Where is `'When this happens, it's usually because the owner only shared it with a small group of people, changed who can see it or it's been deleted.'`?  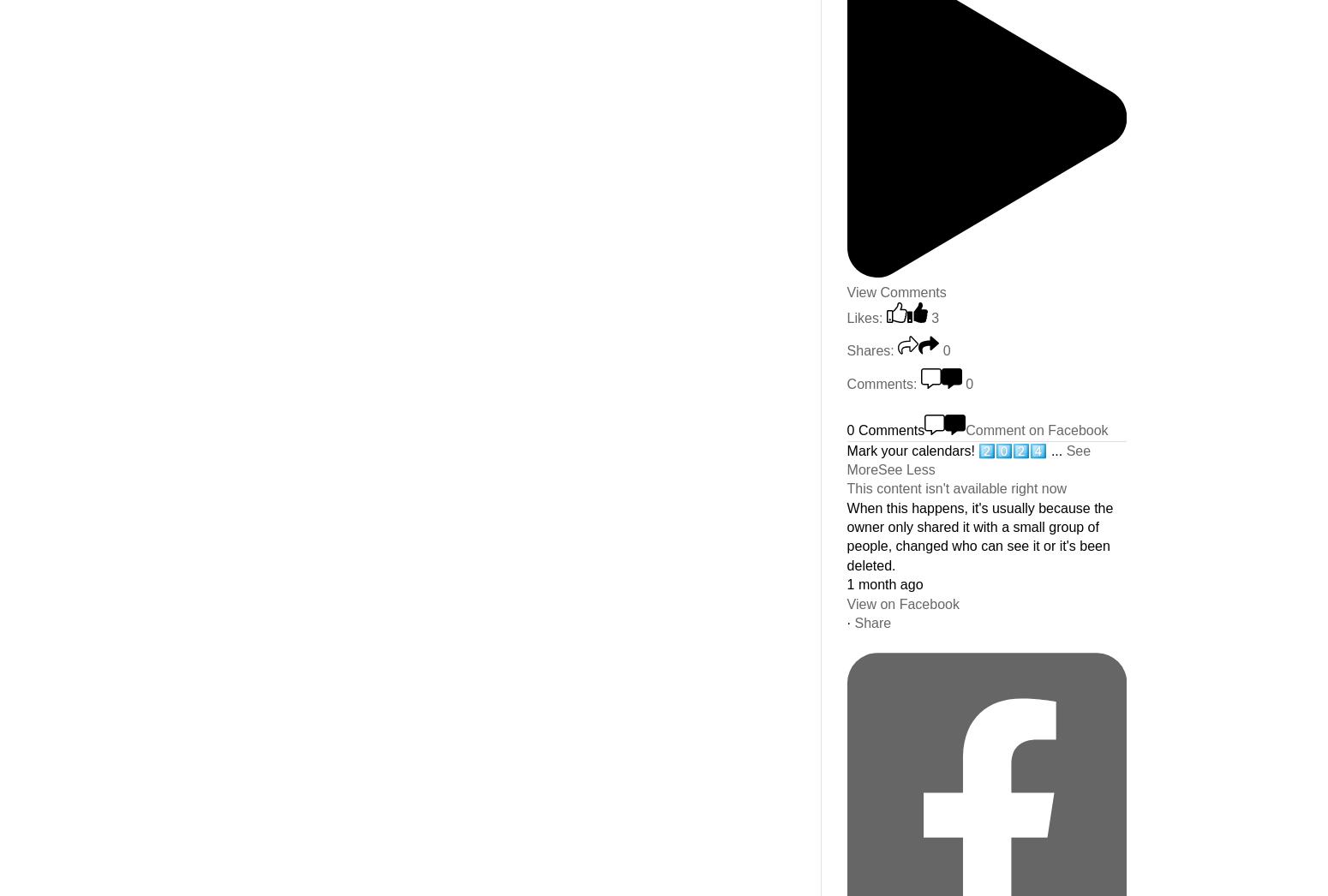 'When this happens, it's usually because the owner only shared it with a small group of people, changed who can see it or it's been deleted.' is located at coordinates (978, 536).